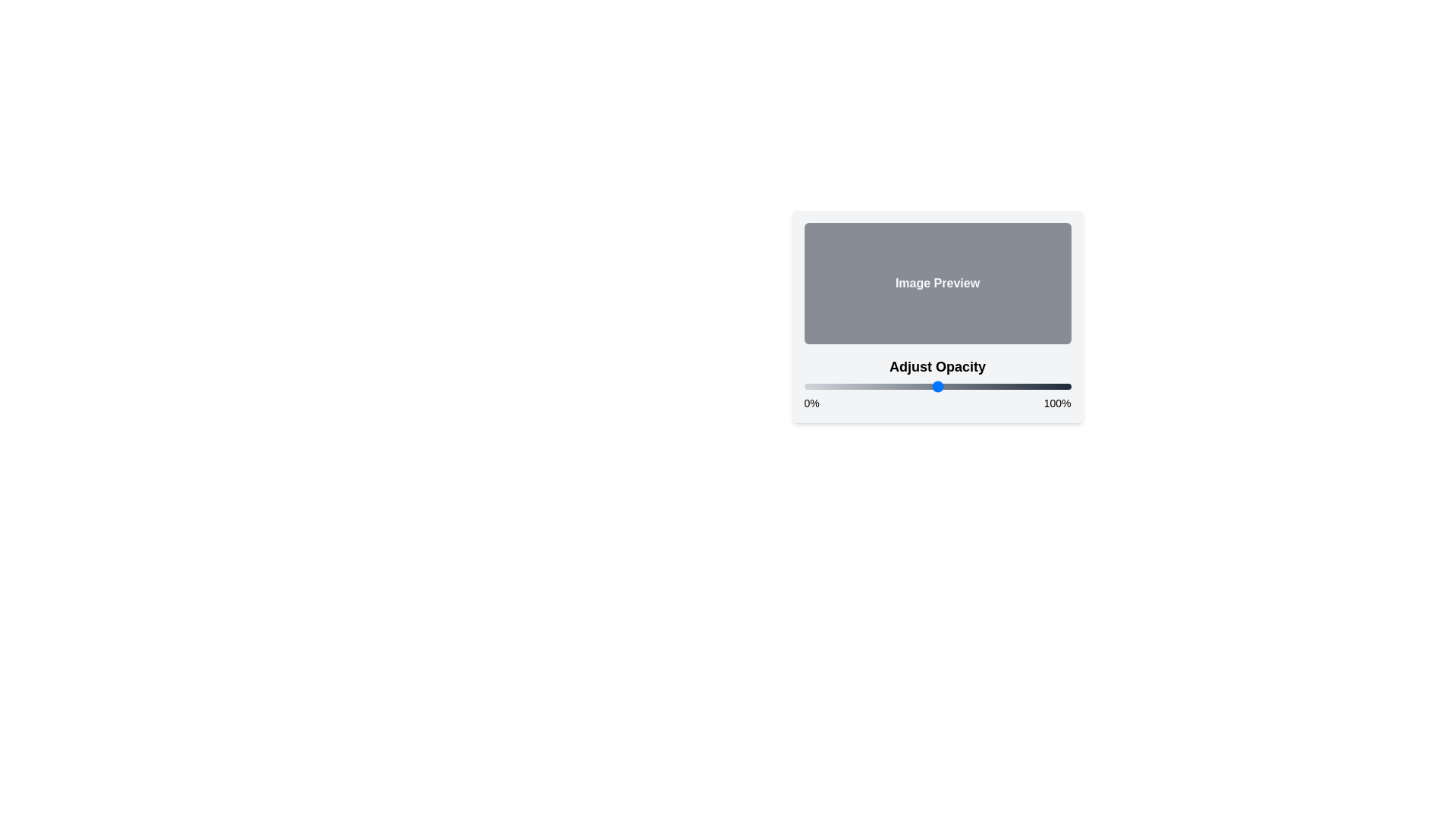 The width and height of the screenshot is (1456, 819). What do you see at coordinates (937, 382) in the screenshot?
I see `the slider handle located in the 'Adjust Opacity' section` at bounding box center [937, 382].